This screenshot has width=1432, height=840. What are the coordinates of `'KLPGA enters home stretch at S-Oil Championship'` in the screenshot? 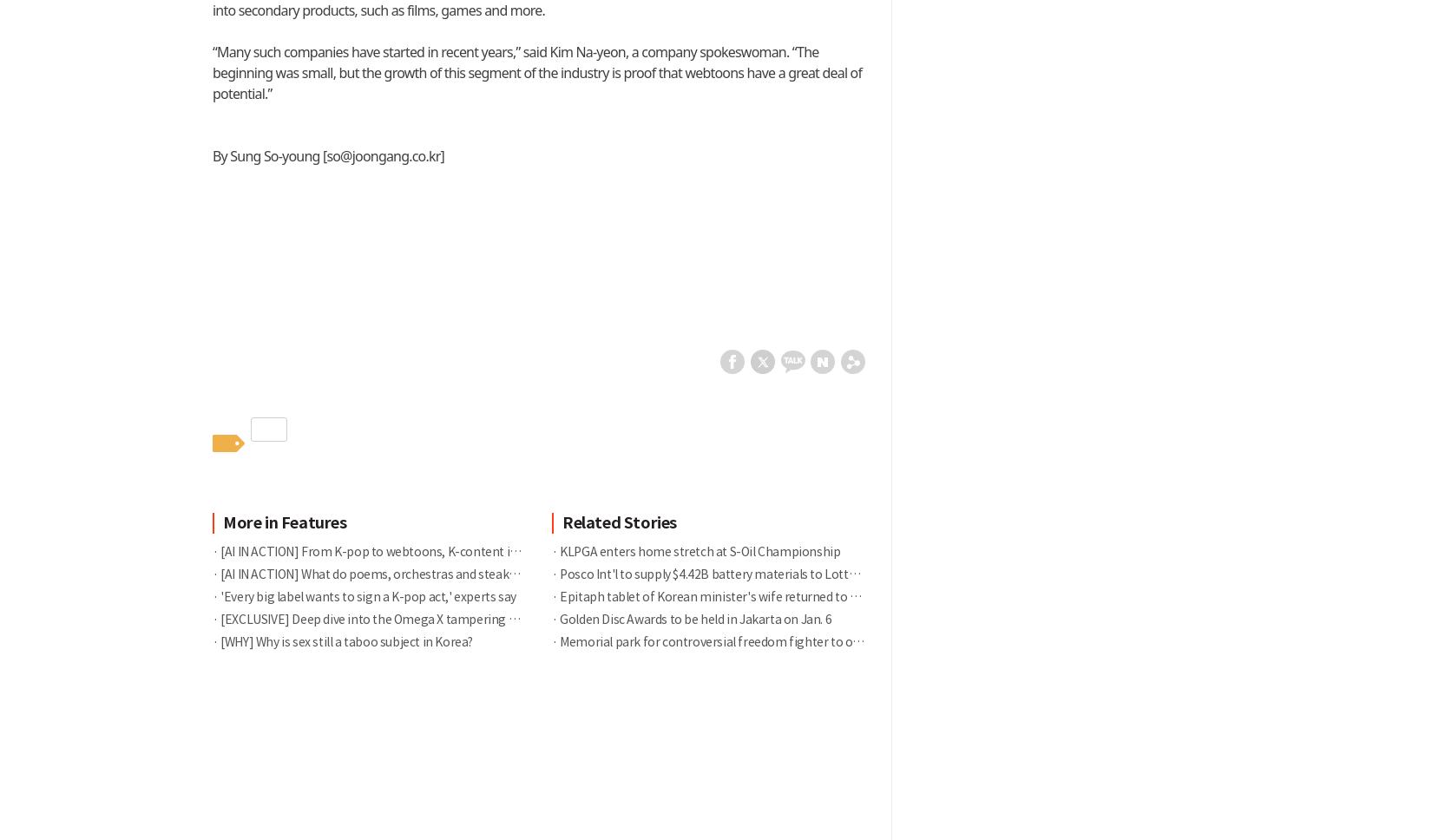 It's located at (556, 550).